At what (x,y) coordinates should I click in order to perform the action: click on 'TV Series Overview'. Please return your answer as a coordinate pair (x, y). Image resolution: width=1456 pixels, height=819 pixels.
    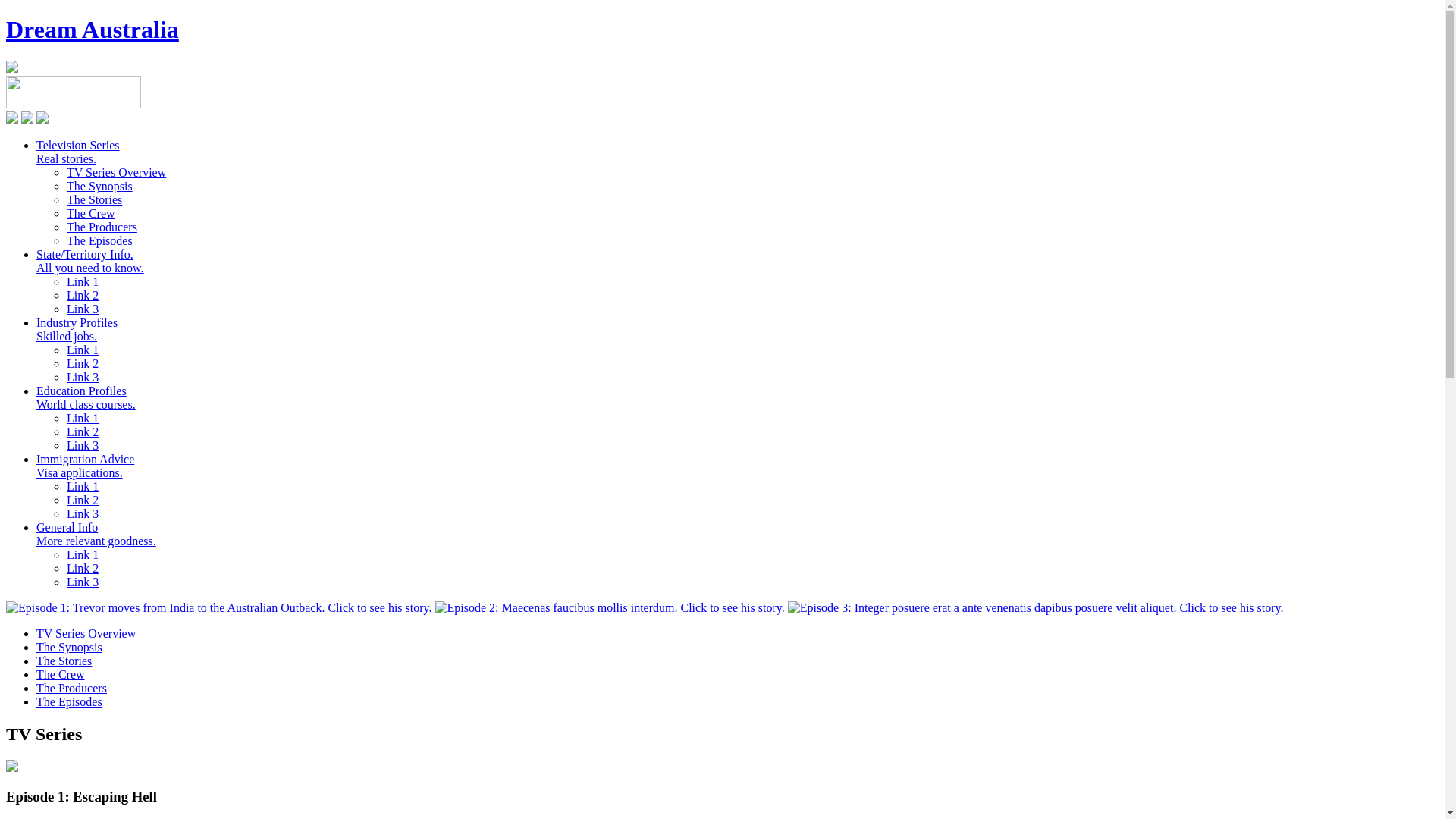
    Looking at the image, I should click on (115, 171).